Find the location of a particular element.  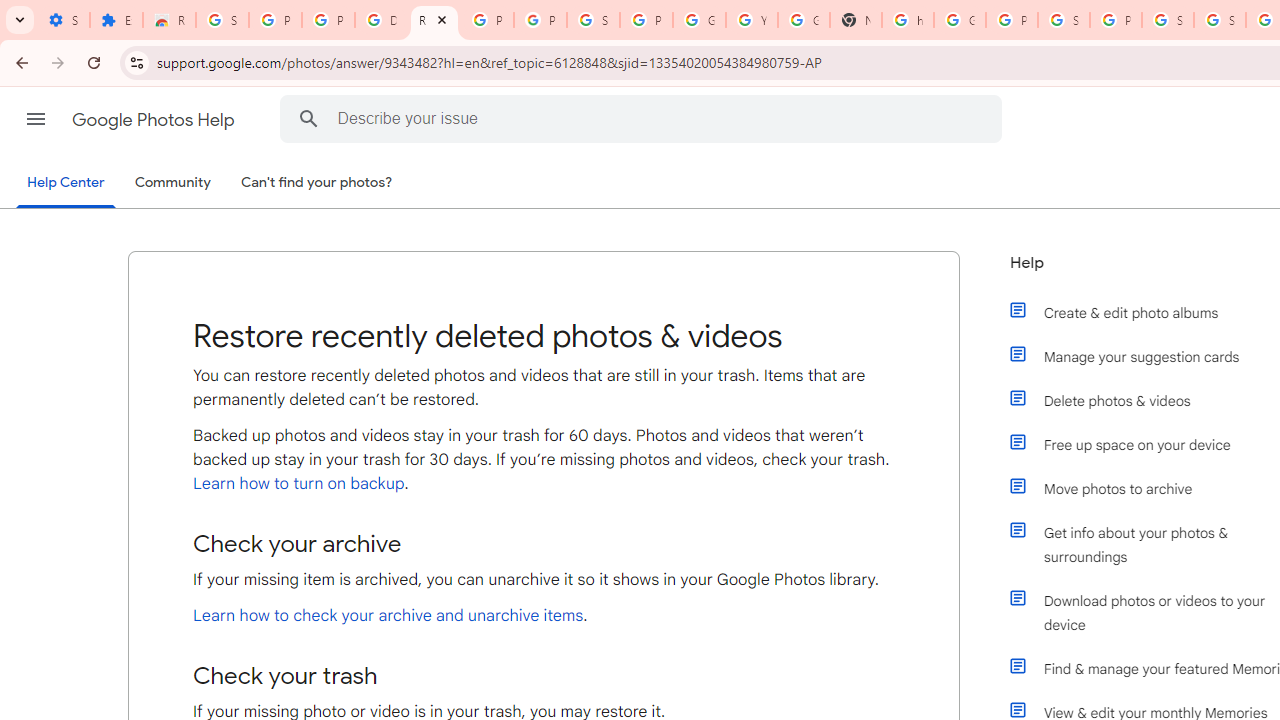

'Sign in - Google Accounts' is located at coordinates (1168, 20).